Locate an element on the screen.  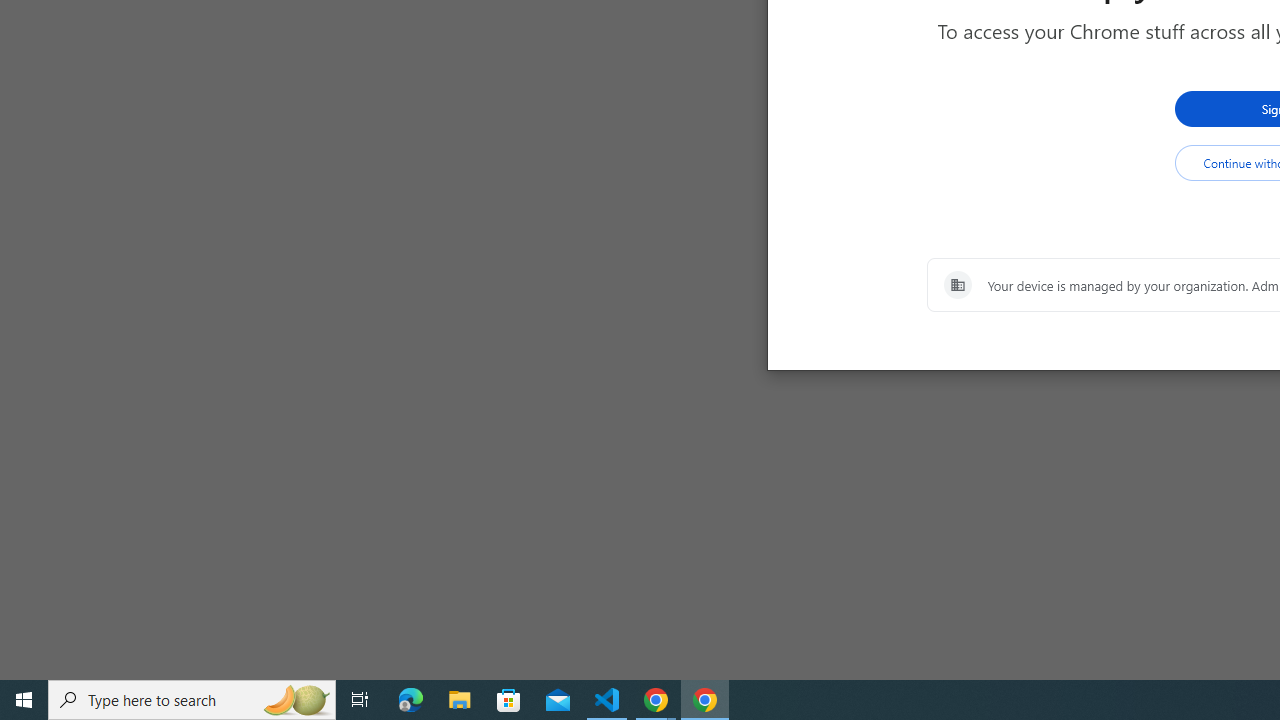
'Google Chrome - 2 running windows' is located at coordinates (656, 698).